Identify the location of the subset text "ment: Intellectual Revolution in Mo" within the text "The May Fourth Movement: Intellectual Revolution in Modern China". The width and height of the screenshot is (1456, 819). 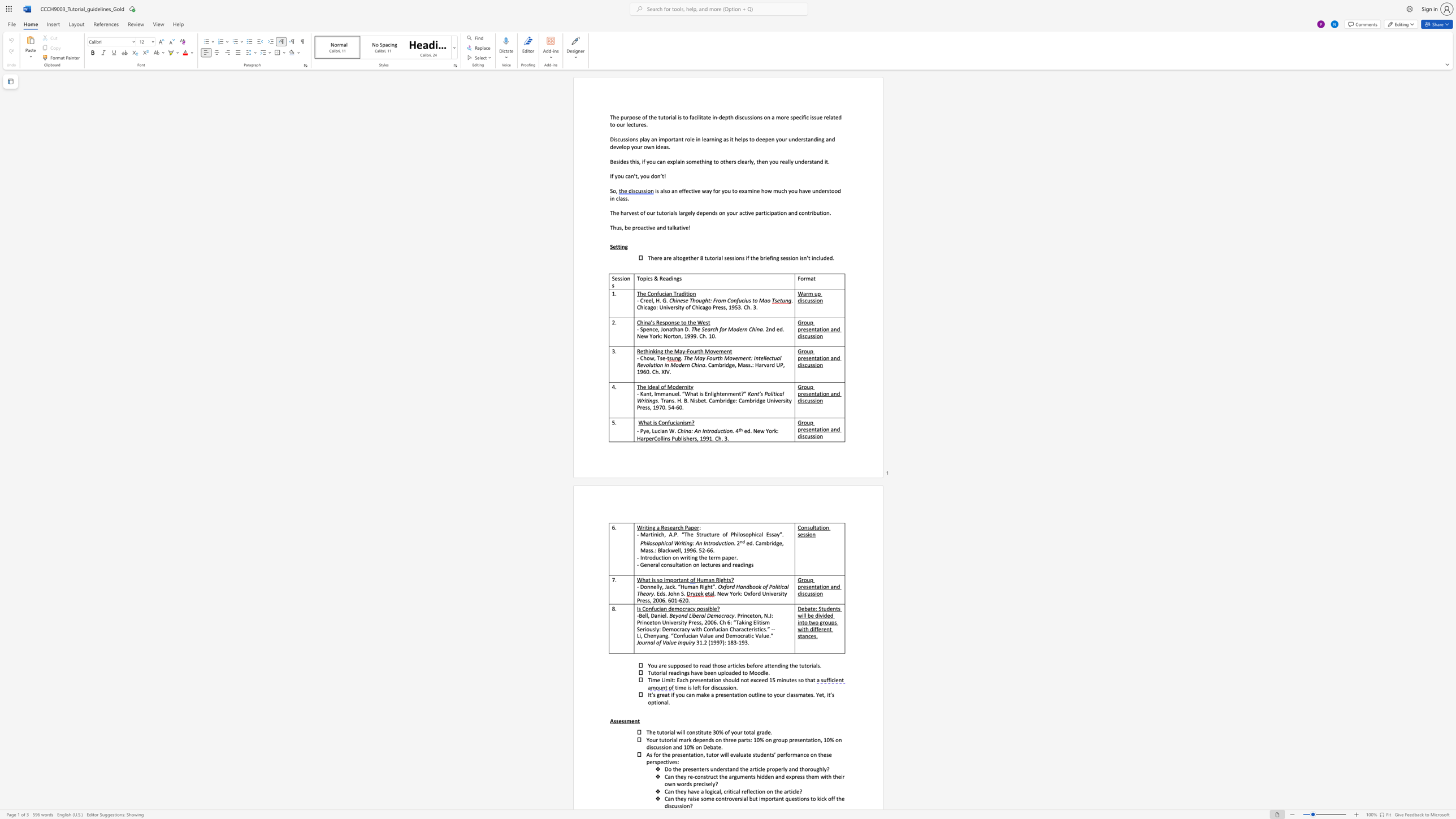
(738, 358).